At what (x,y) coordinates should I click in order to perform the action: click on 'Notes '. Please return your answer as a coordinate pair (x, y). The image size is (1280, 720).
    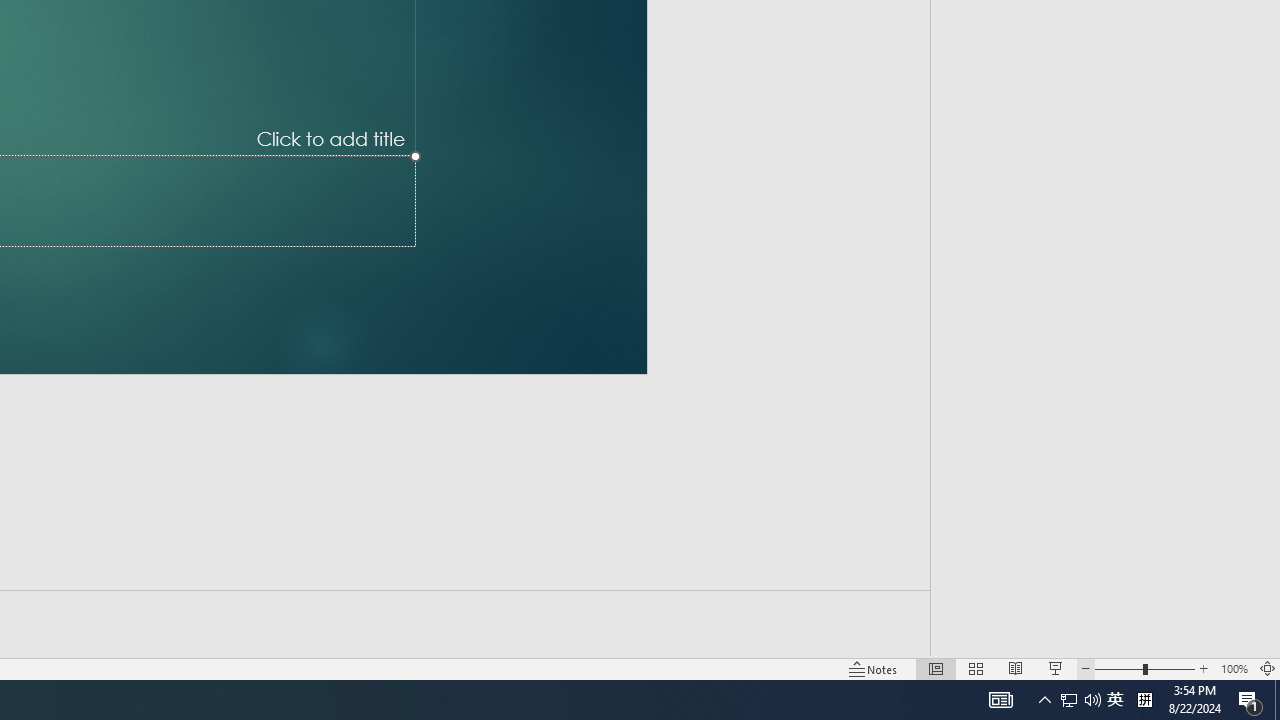
    Looking at the image, I should click on (874, 669).